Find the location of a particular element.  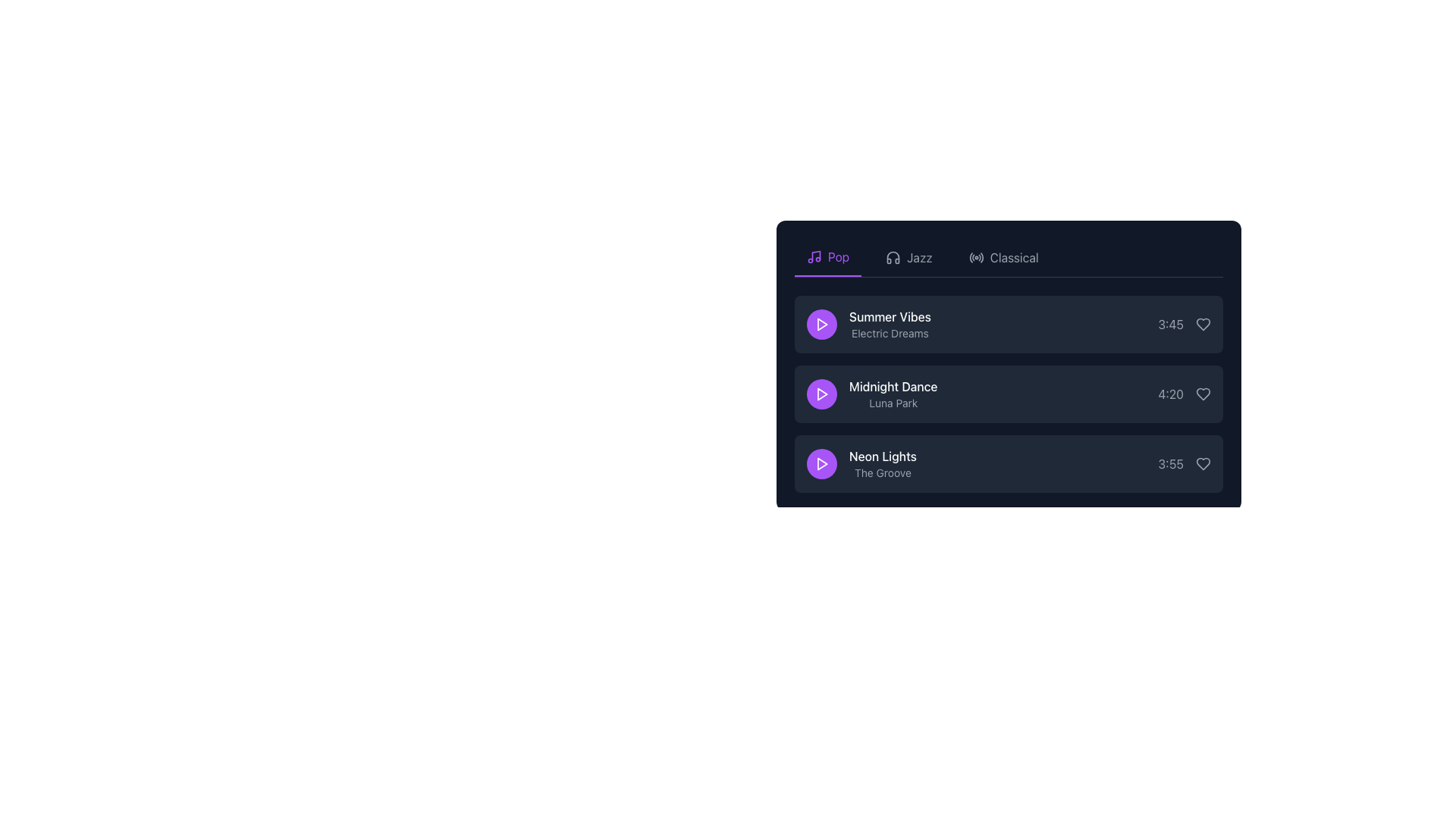

text display element titled 'Neon Lights' which contains the title in white and description in gray, located in the third row to the right of the play button is located at coordinates (883, 463).